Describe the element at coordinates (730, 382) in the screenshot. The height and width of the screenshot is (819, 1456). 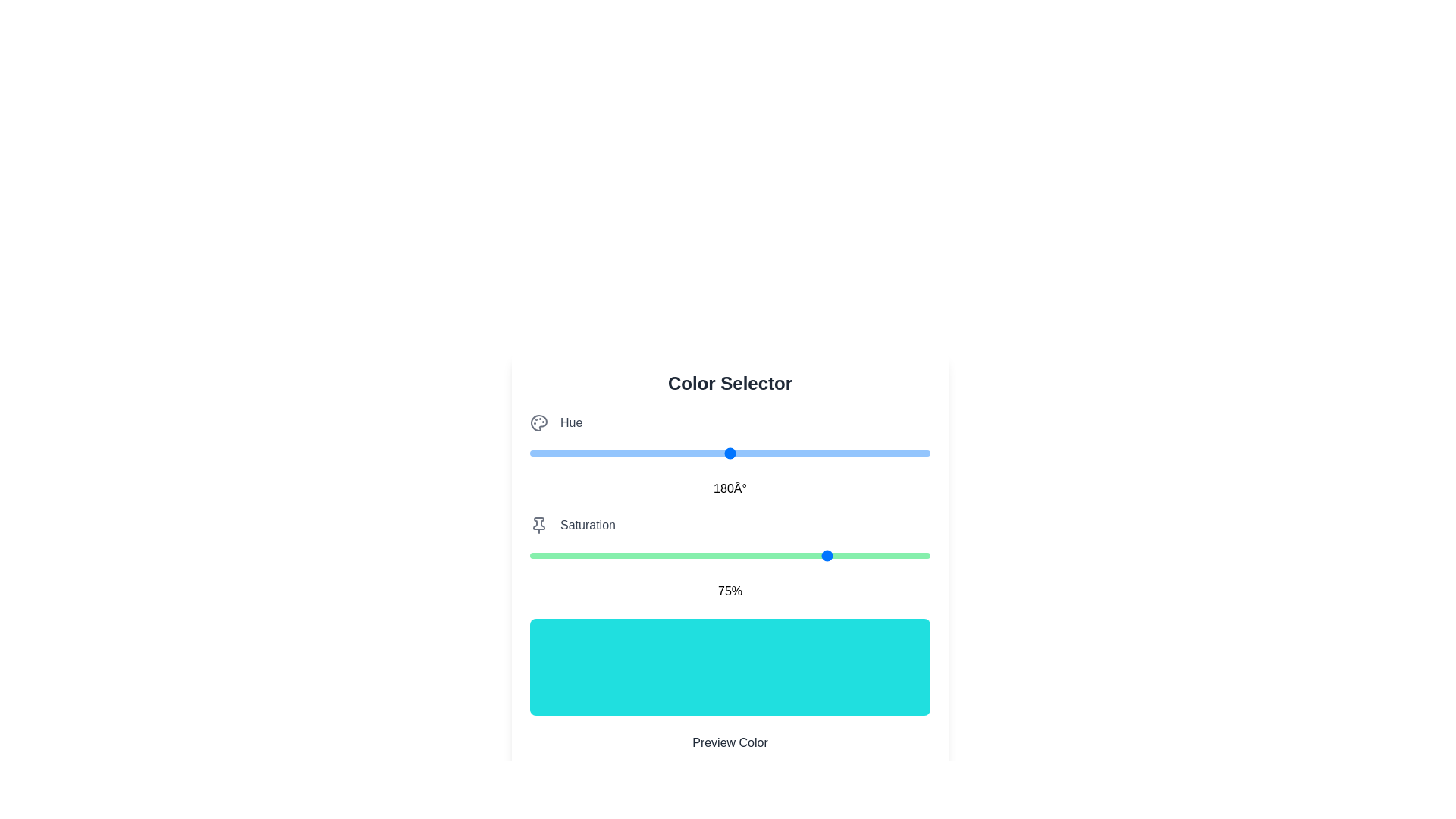
I see `the heading labeled 'Color Selector', which is styled with bold and large font size, colored dark gray, and centered at the top of the card layout` at that location.